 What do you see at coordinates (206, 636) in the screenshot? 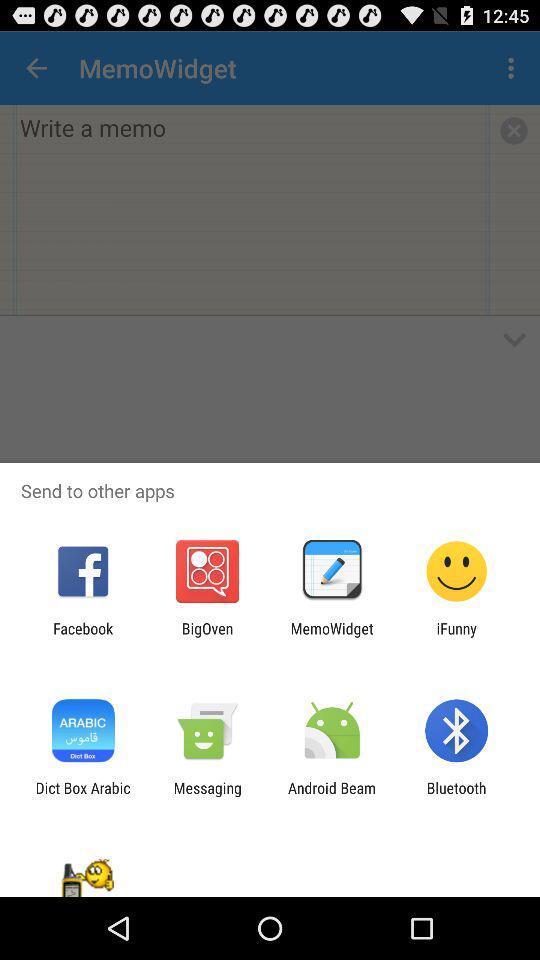
I see `item next to the memowidget app` at bounding box center [206, 636].